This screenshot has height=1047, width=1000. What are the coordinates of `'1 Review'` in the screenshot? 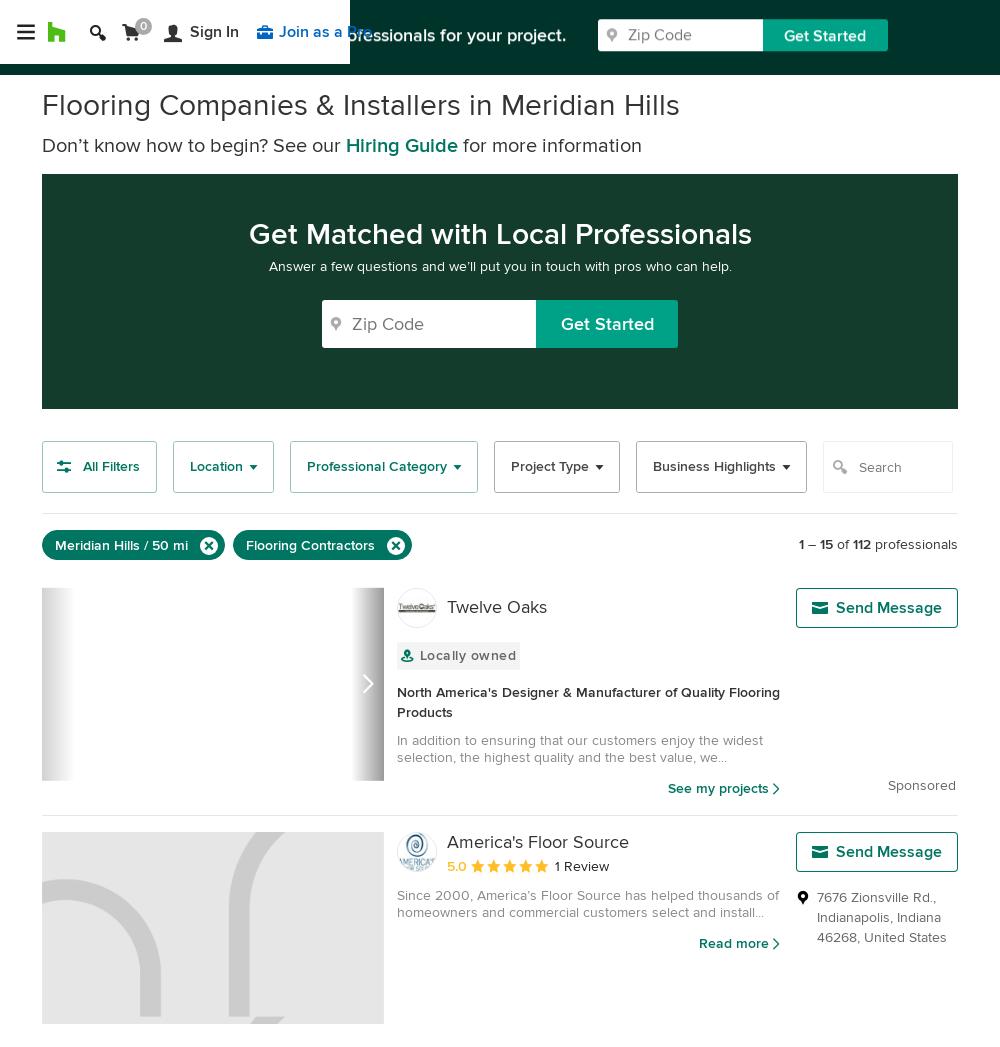 It's located at (581, 865).